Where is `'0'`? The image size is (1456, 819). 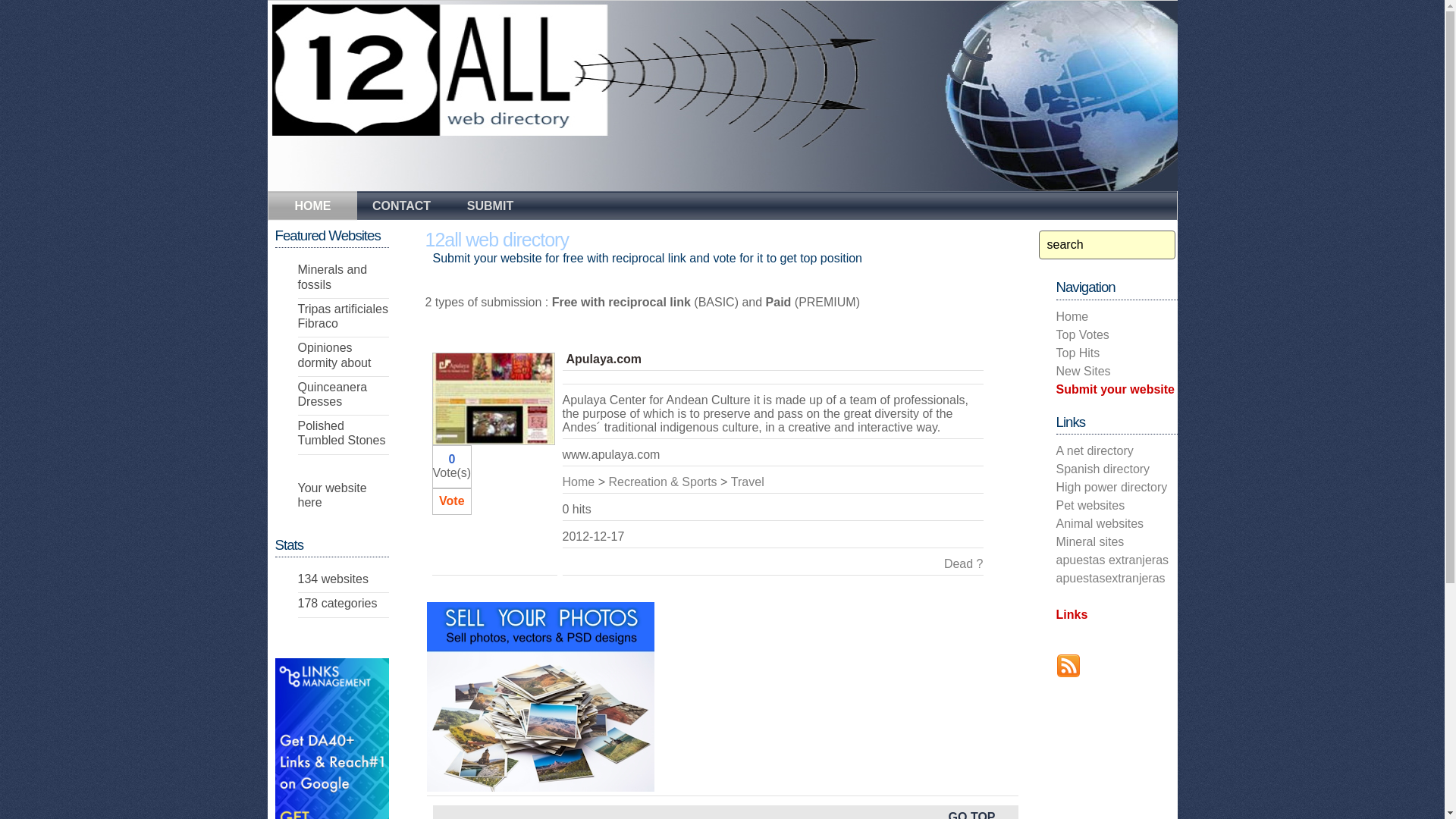 '0' is located at coordinates (450, 458).